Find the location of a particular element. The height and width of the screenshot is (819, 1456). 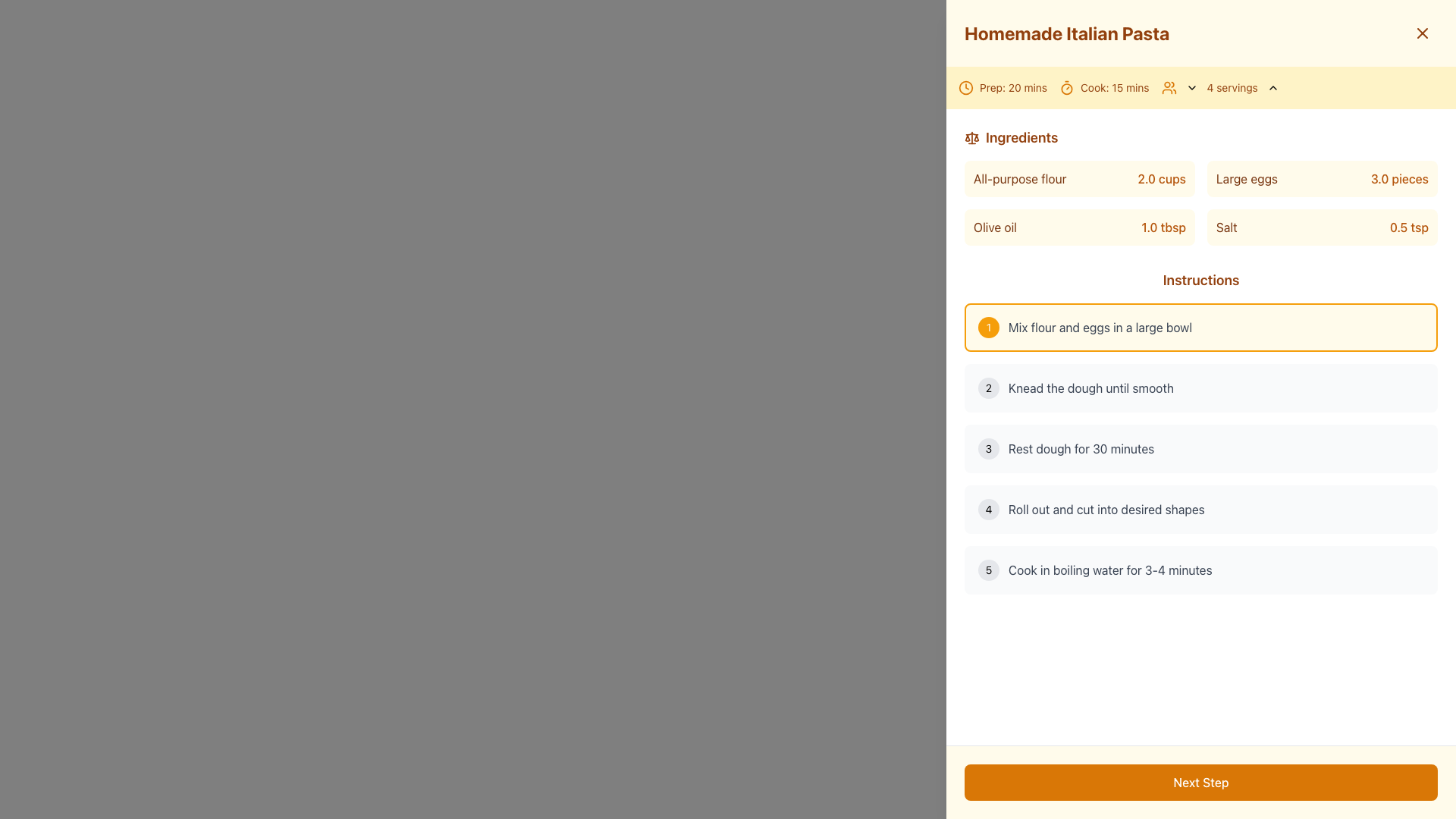

the text label displaying '1.0 tbsp' styled in amber color, located in the 'Ingredients' section, to the right of 'Olive oil' is located at coordinates (1163, 227).